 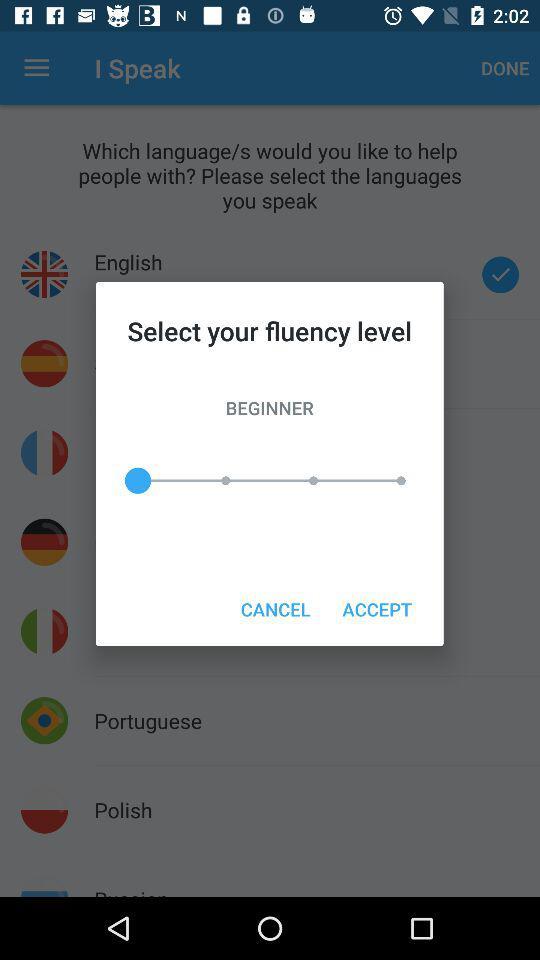 What do you see at coordinates (377, 608) in the screenshot?
I see `item on the right` at bounding box center [377, 608].